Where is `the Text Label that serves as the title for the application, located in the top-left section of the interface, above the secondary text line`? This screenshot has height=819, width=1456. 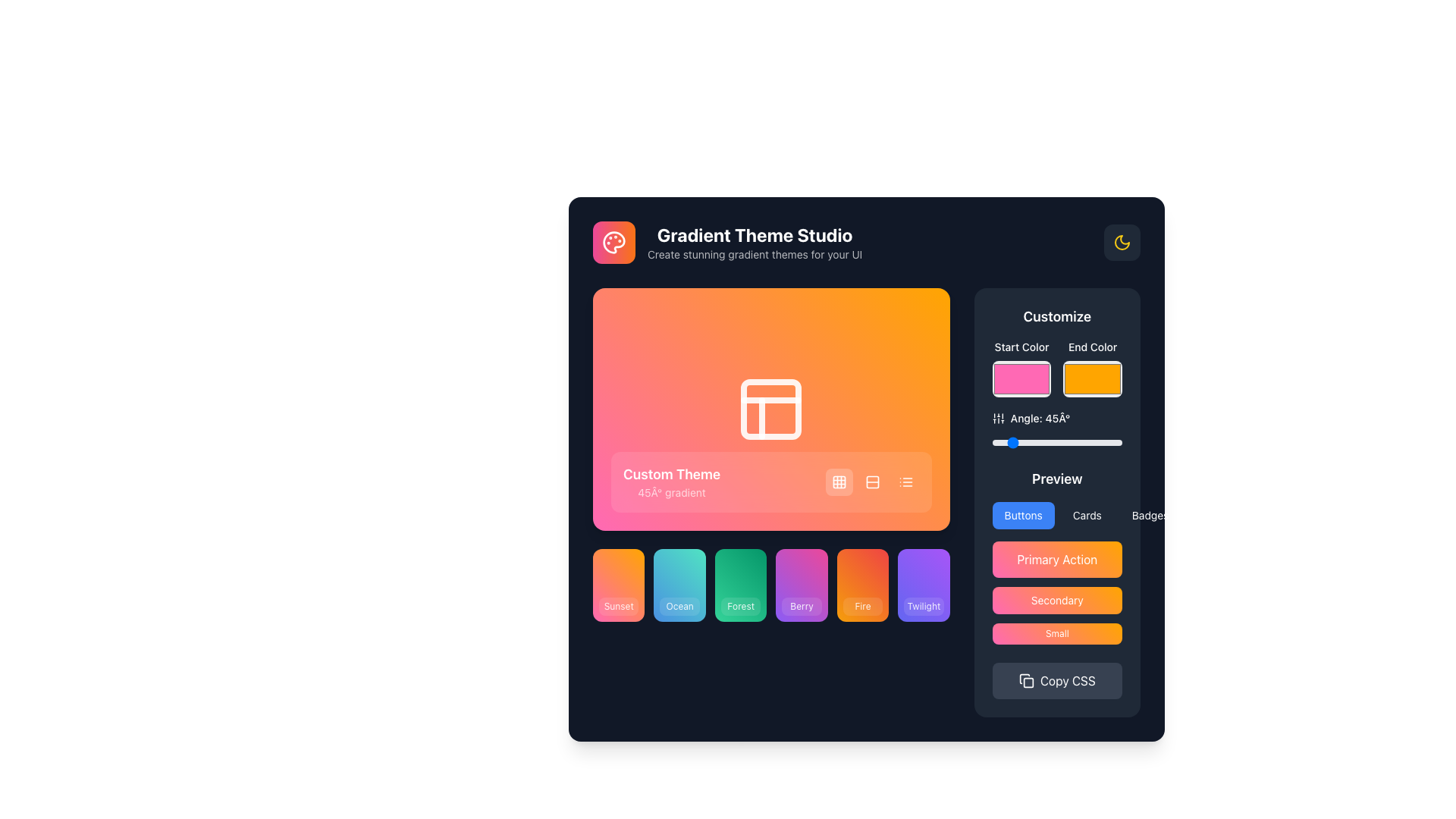 the Text Label that serves as the title for the application, located in the top-left section of the interface, above the secondary text line is located at coordinates (755, 234).